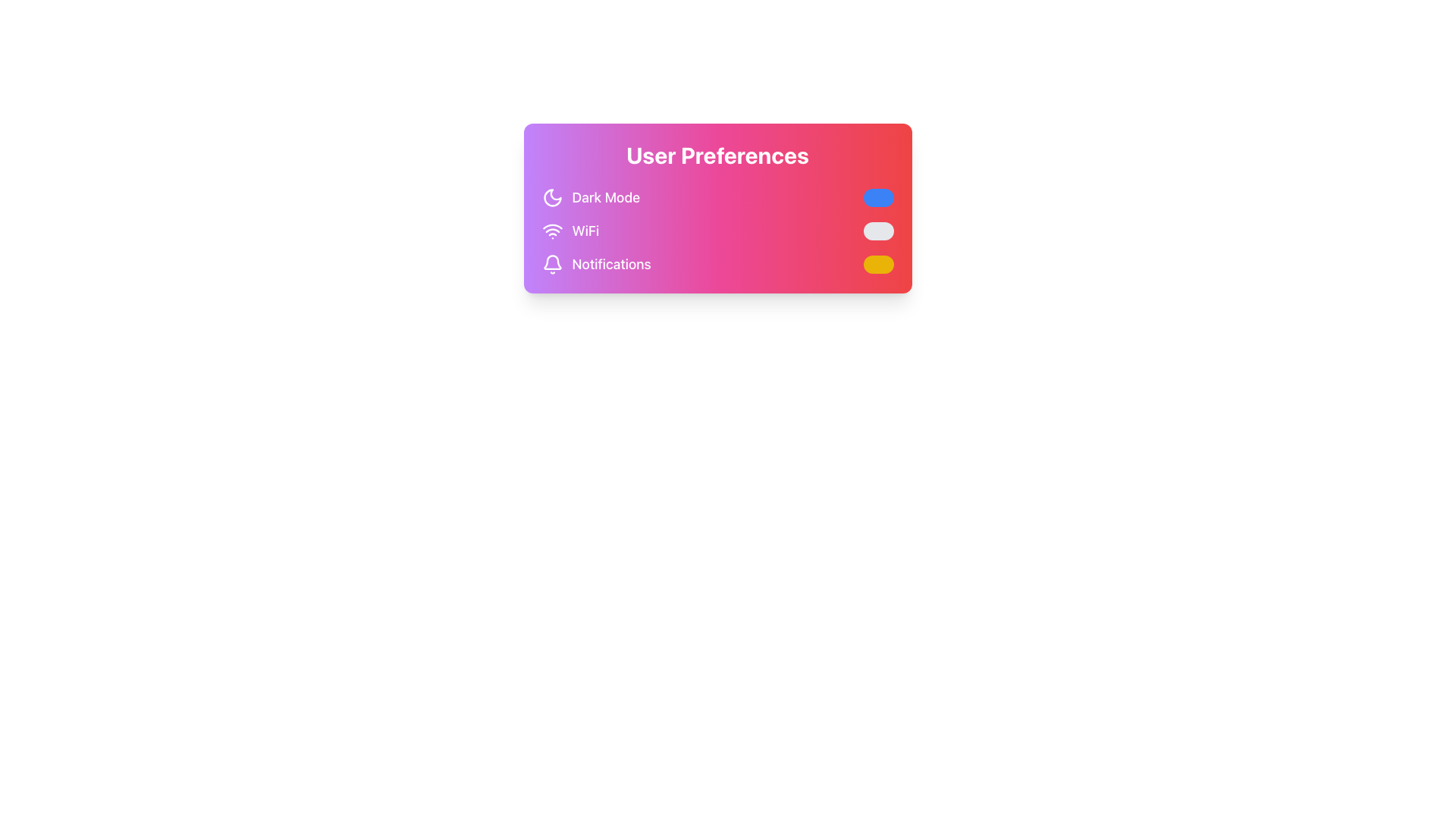 Image resolution: width=1456 pixels, height=819 pixels. Describe the element at coordinates (551, 197) in the screenshot. I see `the crescent moon icon in the 'Dark Mode' section of the 'User Preferences' card, which is white with rounded edges and located to the left of the text 'Dark Mode'` at that location.